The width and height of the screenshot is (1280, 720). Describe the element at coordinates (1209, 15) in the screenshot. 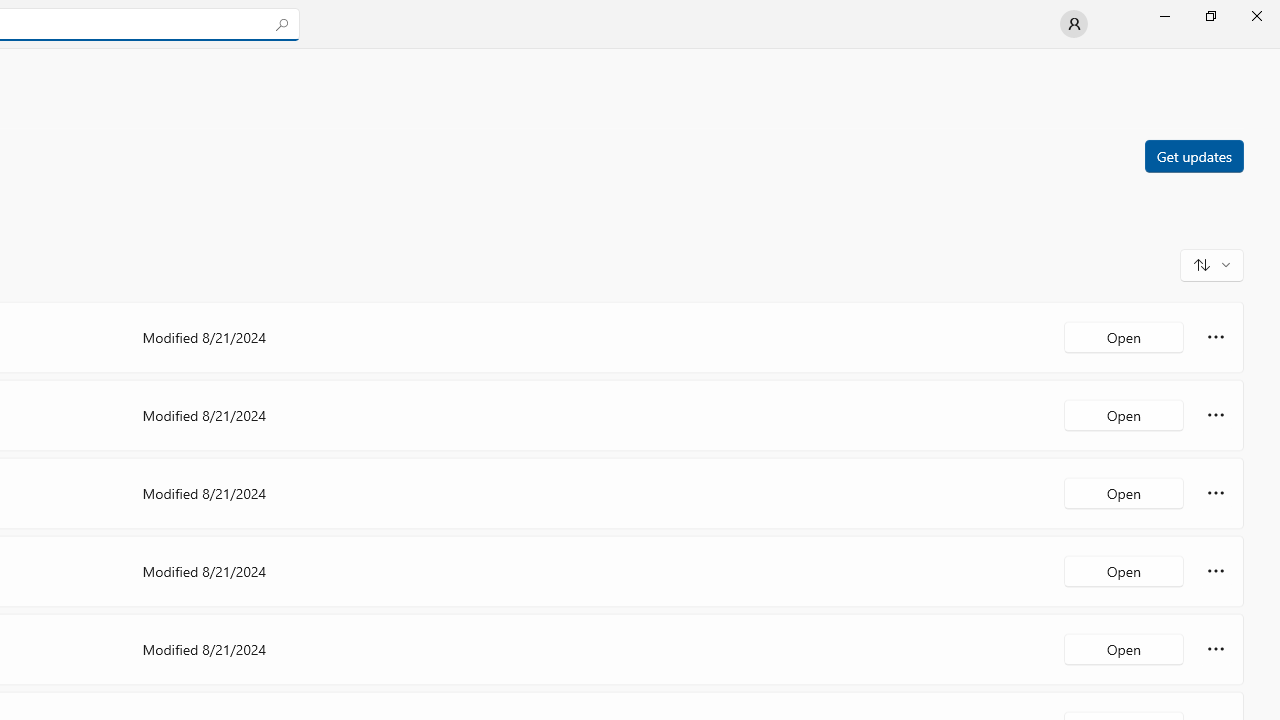

I see `'Restore Microsoft Store'` at that location.